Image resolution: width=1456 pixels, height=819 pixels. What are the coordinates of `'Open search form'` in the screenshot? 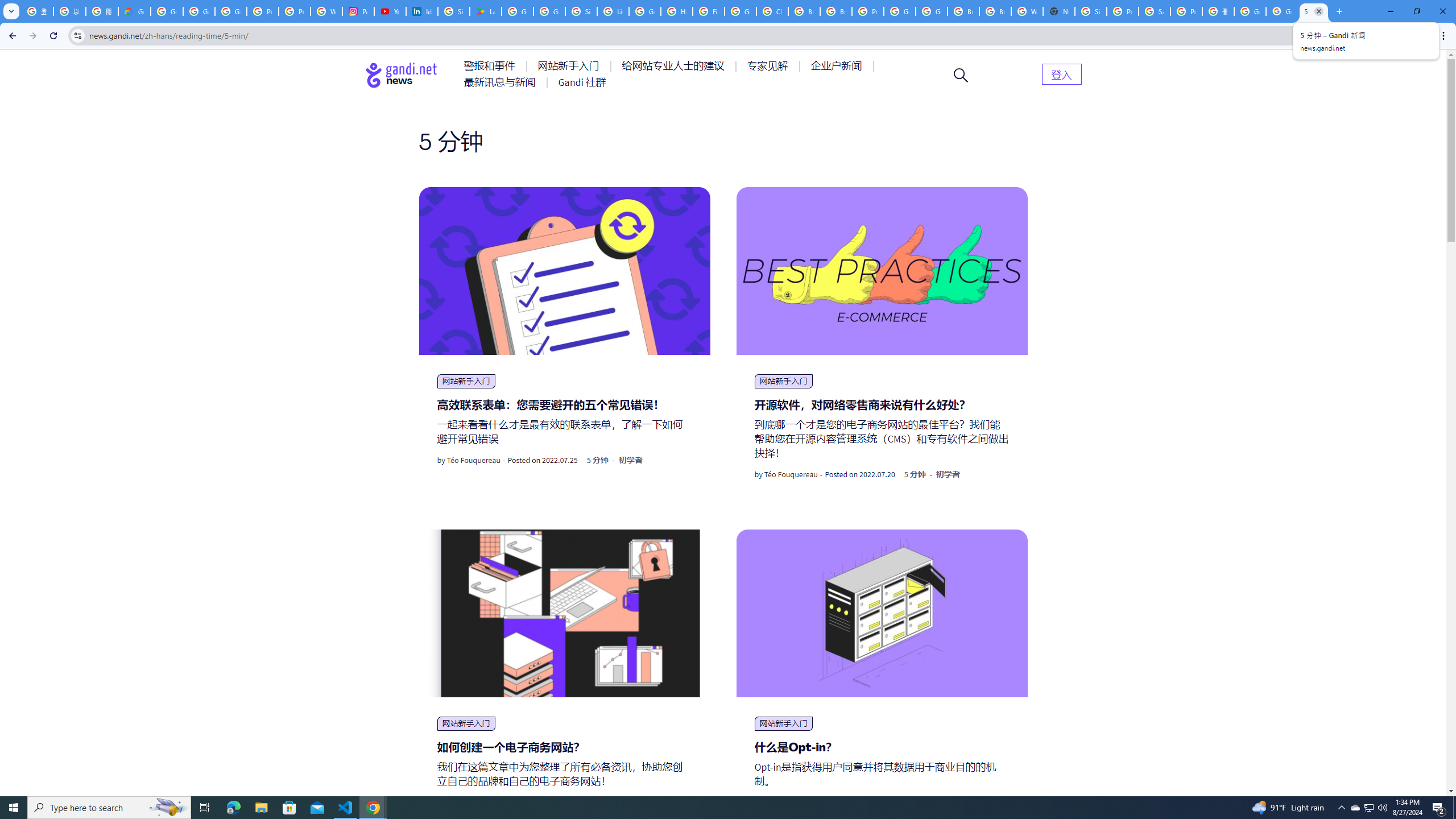 It's located at (960, 74).